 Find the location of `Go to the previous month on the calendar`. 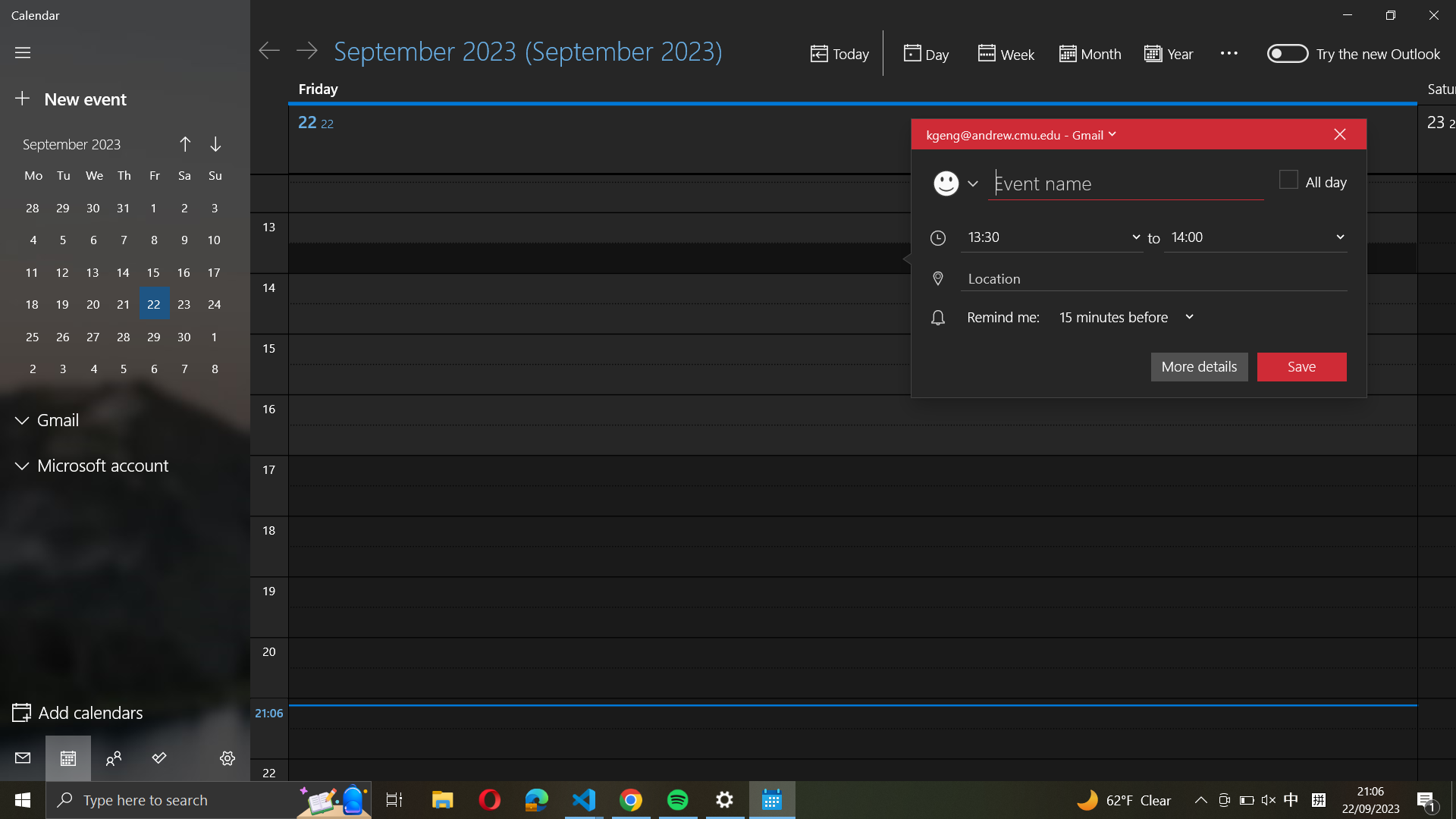

Go to the previous month on the calendar is located at coordinates (184, 146).